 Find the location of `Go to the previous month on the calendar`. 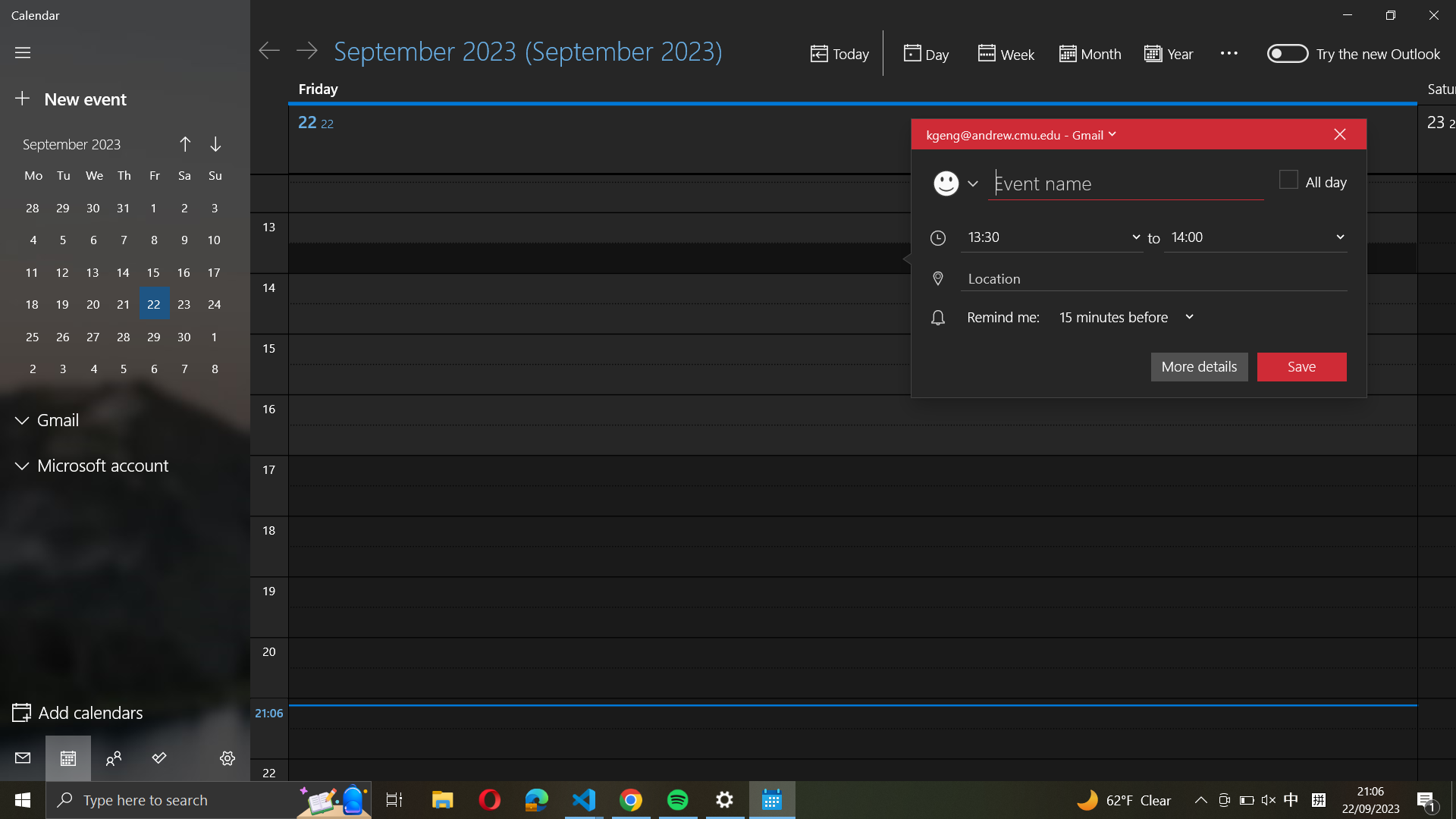

Go to the previous month on the calendar is located at coordinates (184, 146).